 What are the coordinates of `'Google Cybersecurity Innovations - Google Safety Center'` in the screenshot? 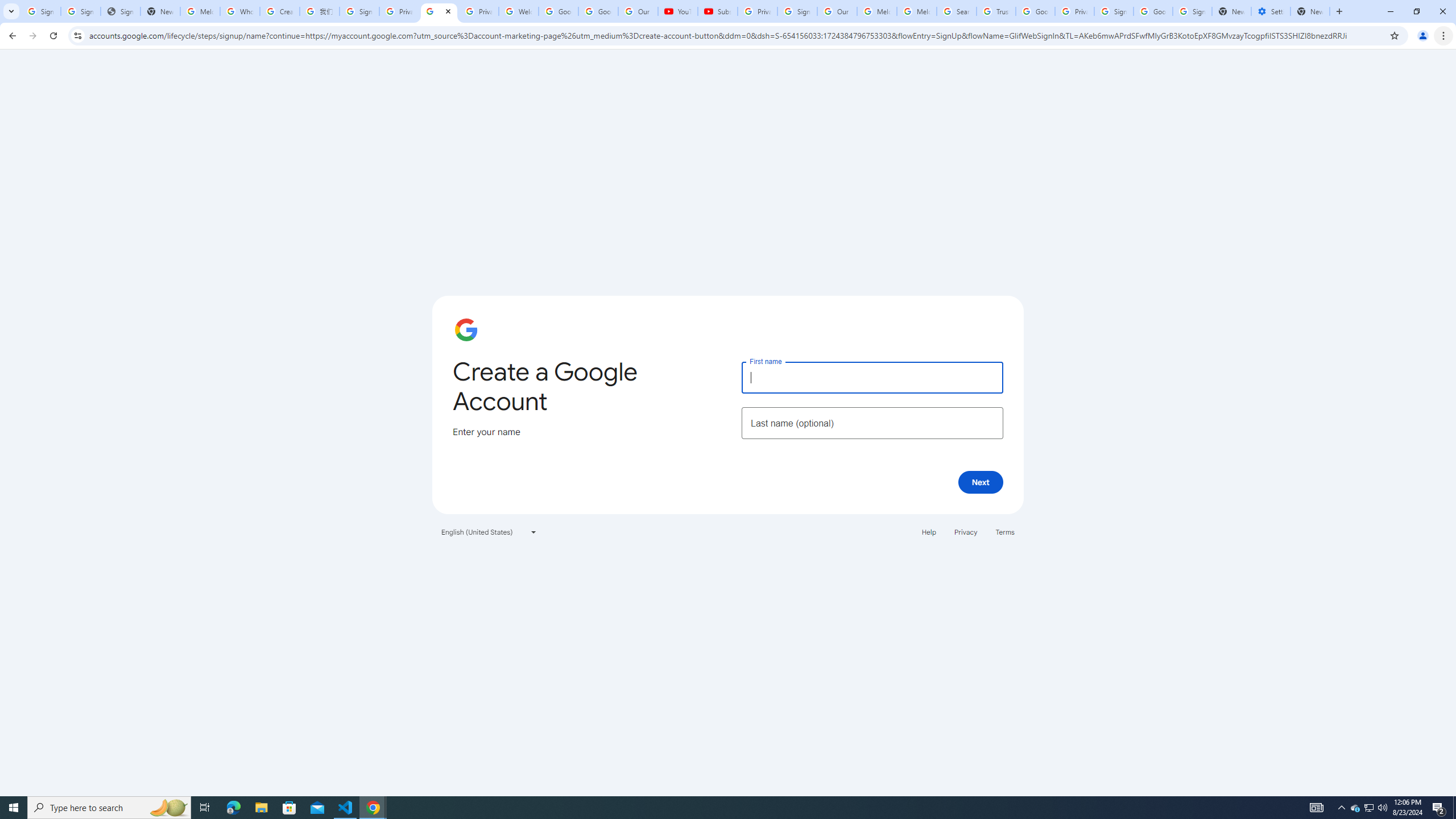 It's located at (1152, 11).